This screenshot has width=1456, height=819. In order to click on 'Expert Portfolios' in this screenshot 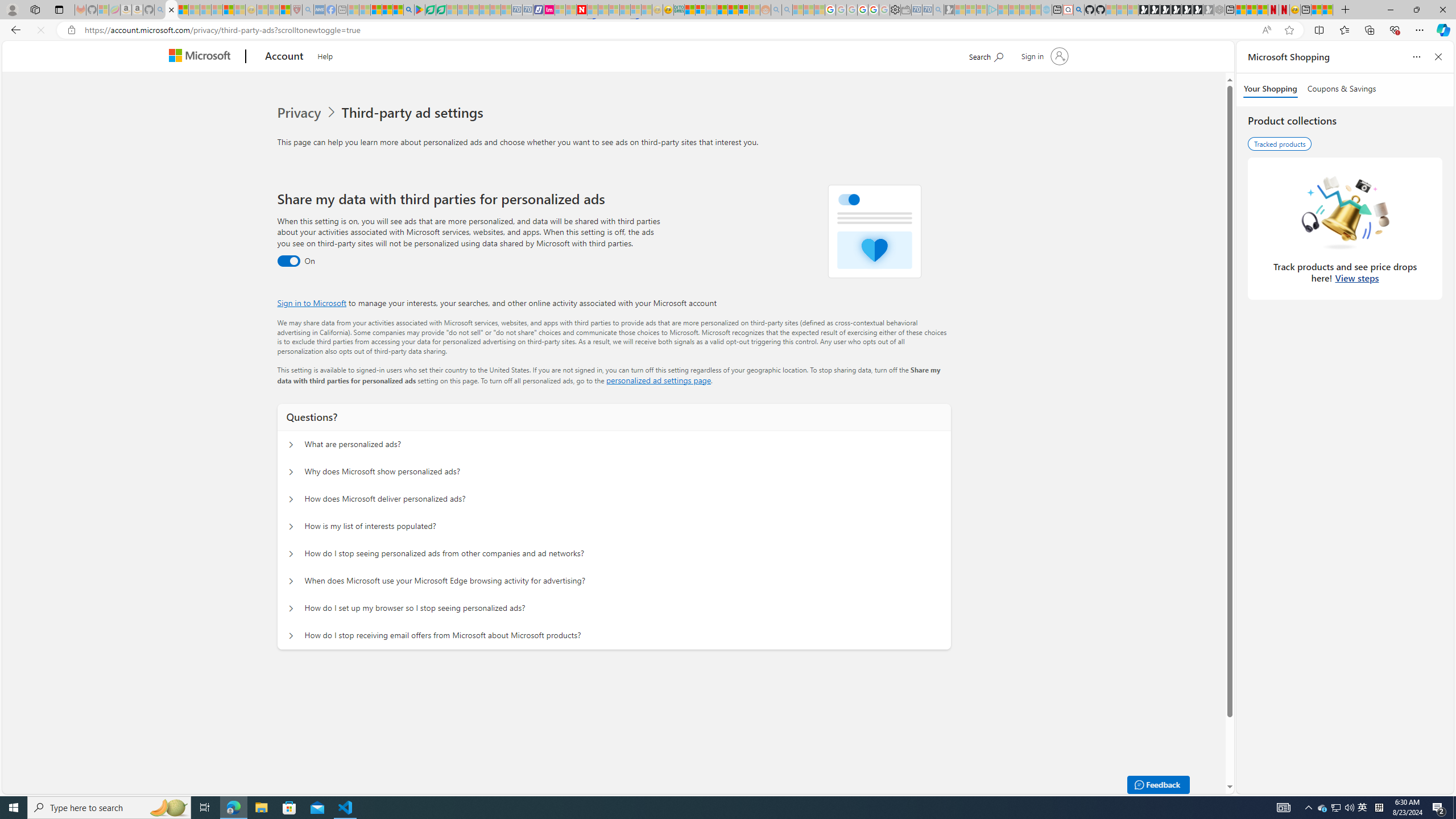, I will do `click(721, 9)`.